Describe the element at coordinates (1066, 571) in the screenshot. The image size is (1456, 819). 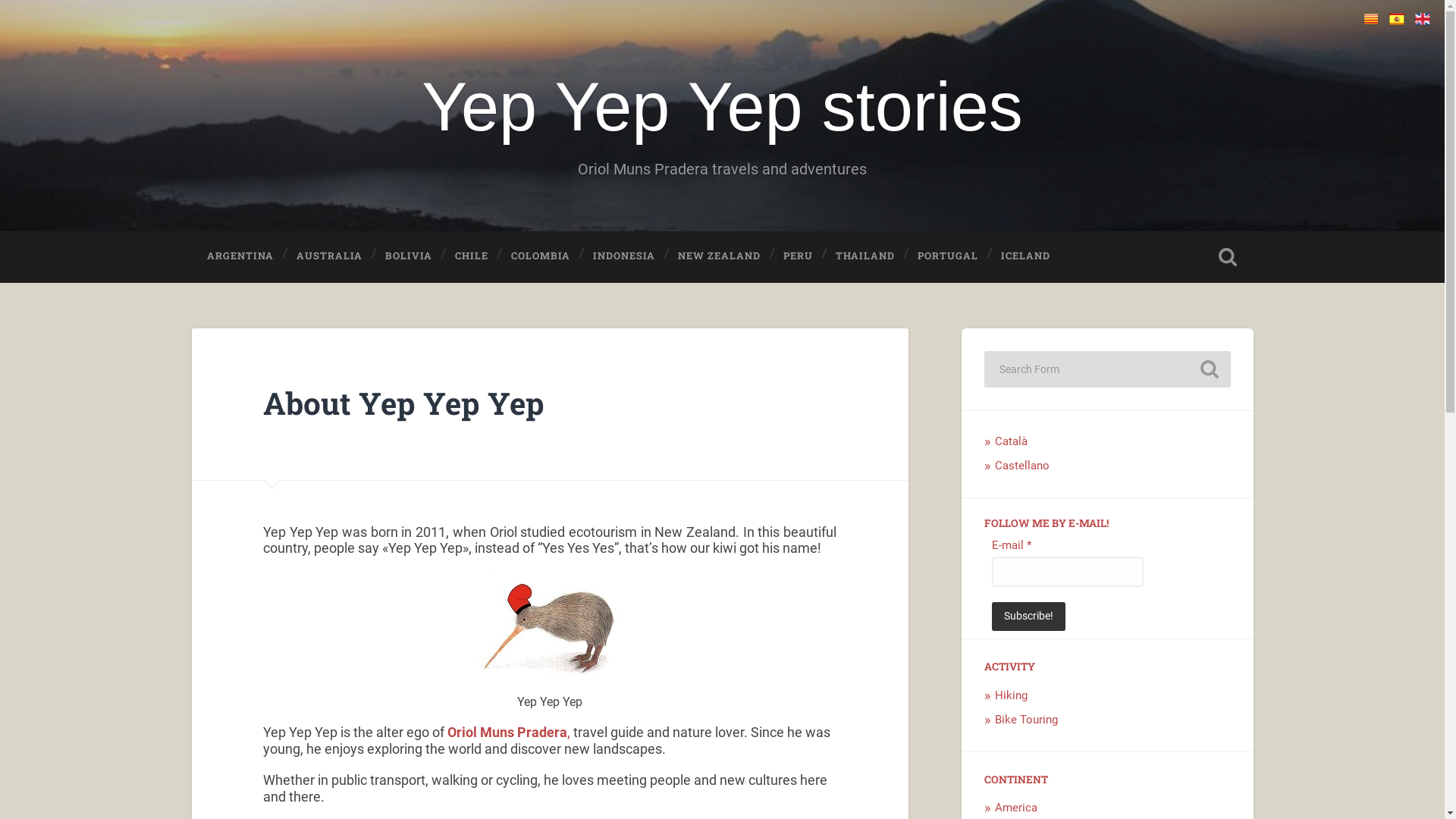
I see `'E-mail'` at that location.